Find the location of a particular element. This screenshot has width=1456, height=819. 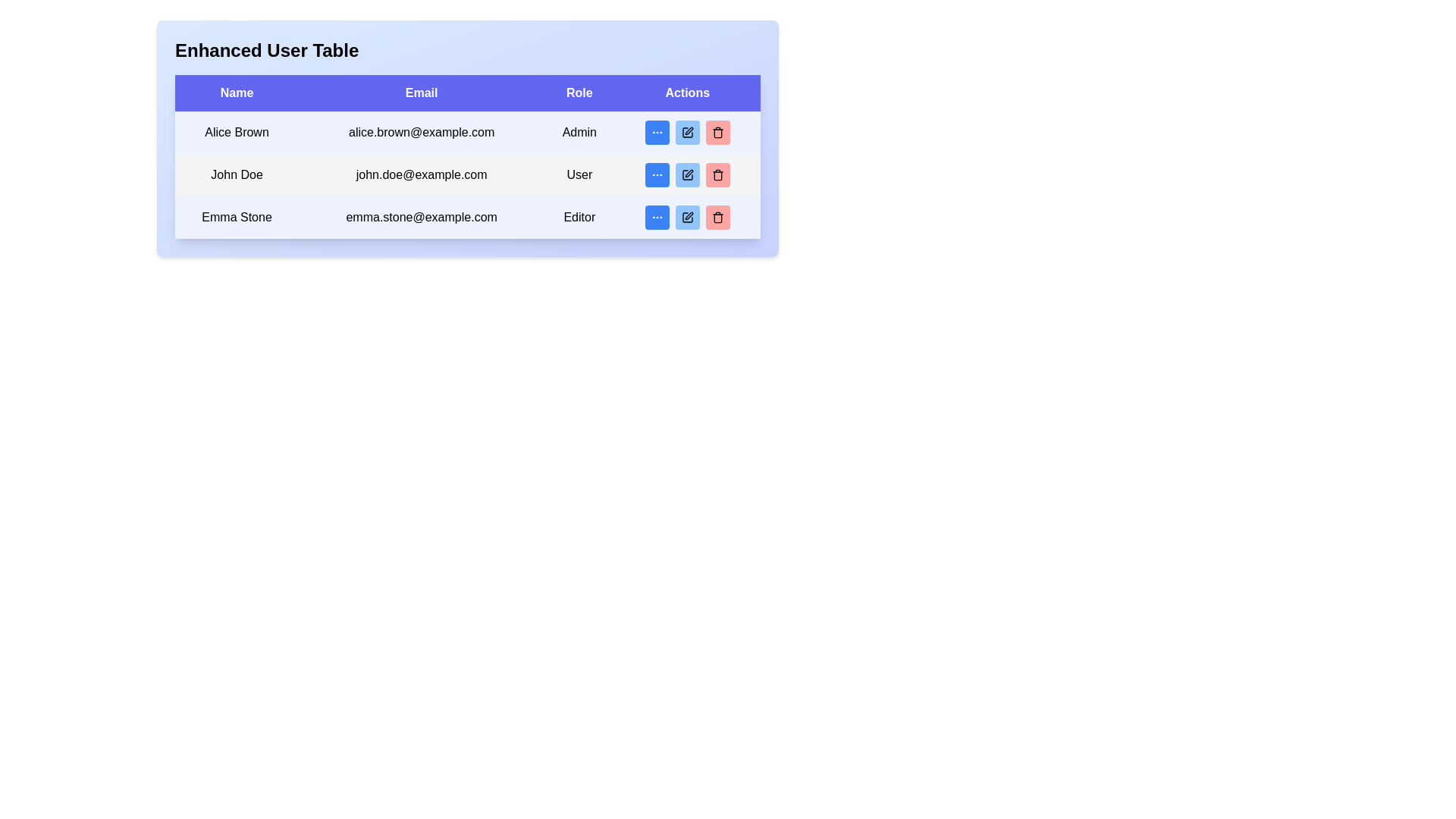

the blue circular button with three horizontally aligned white outlined dots in the 'Actions' column of the table for user 'Alice Brown' is located at coordinates (657, 131).